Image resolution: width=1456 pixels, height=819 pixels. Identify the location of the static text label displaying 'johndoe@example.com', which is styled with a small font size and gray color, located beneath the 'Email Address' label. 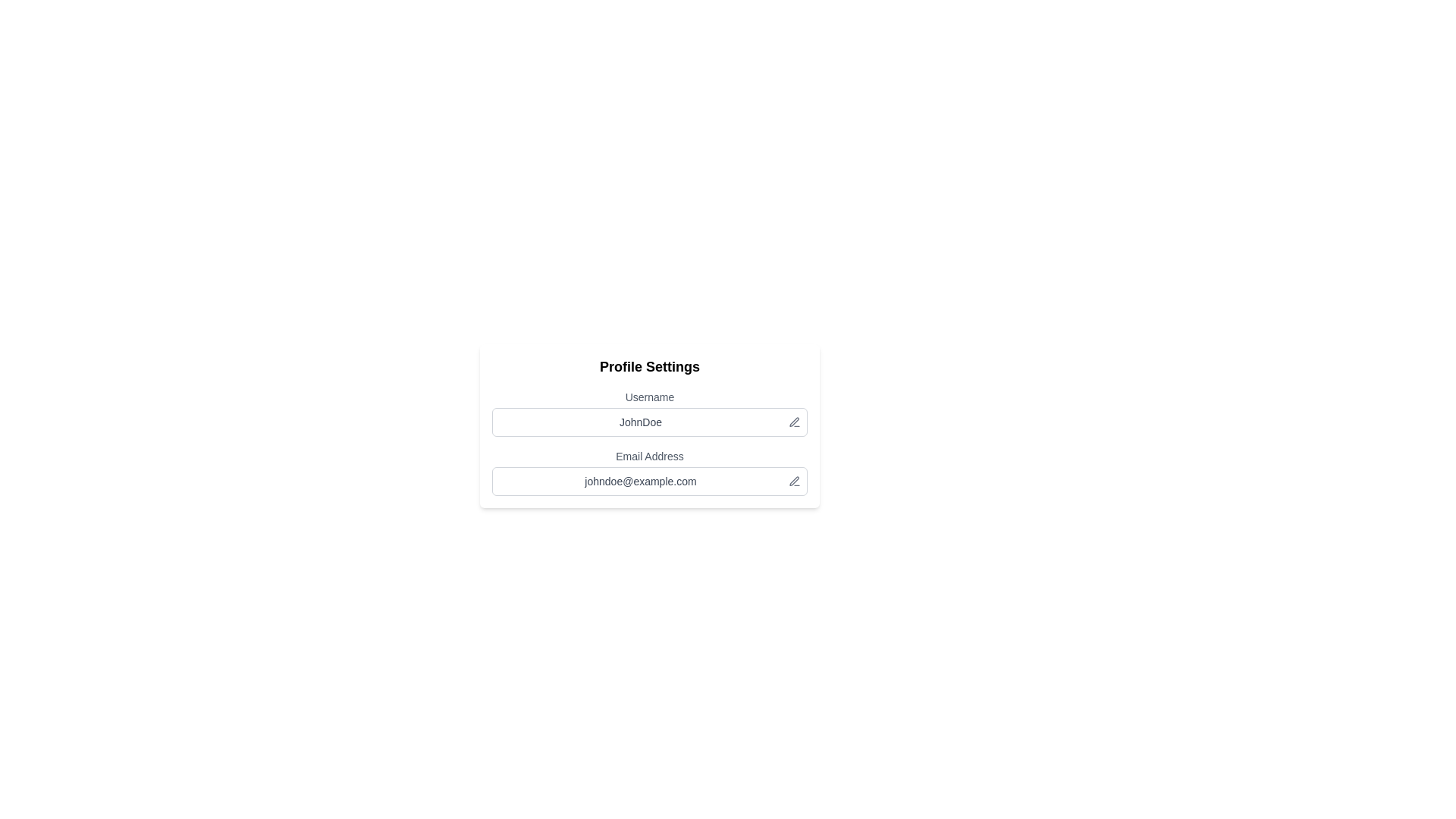
(640, 482).